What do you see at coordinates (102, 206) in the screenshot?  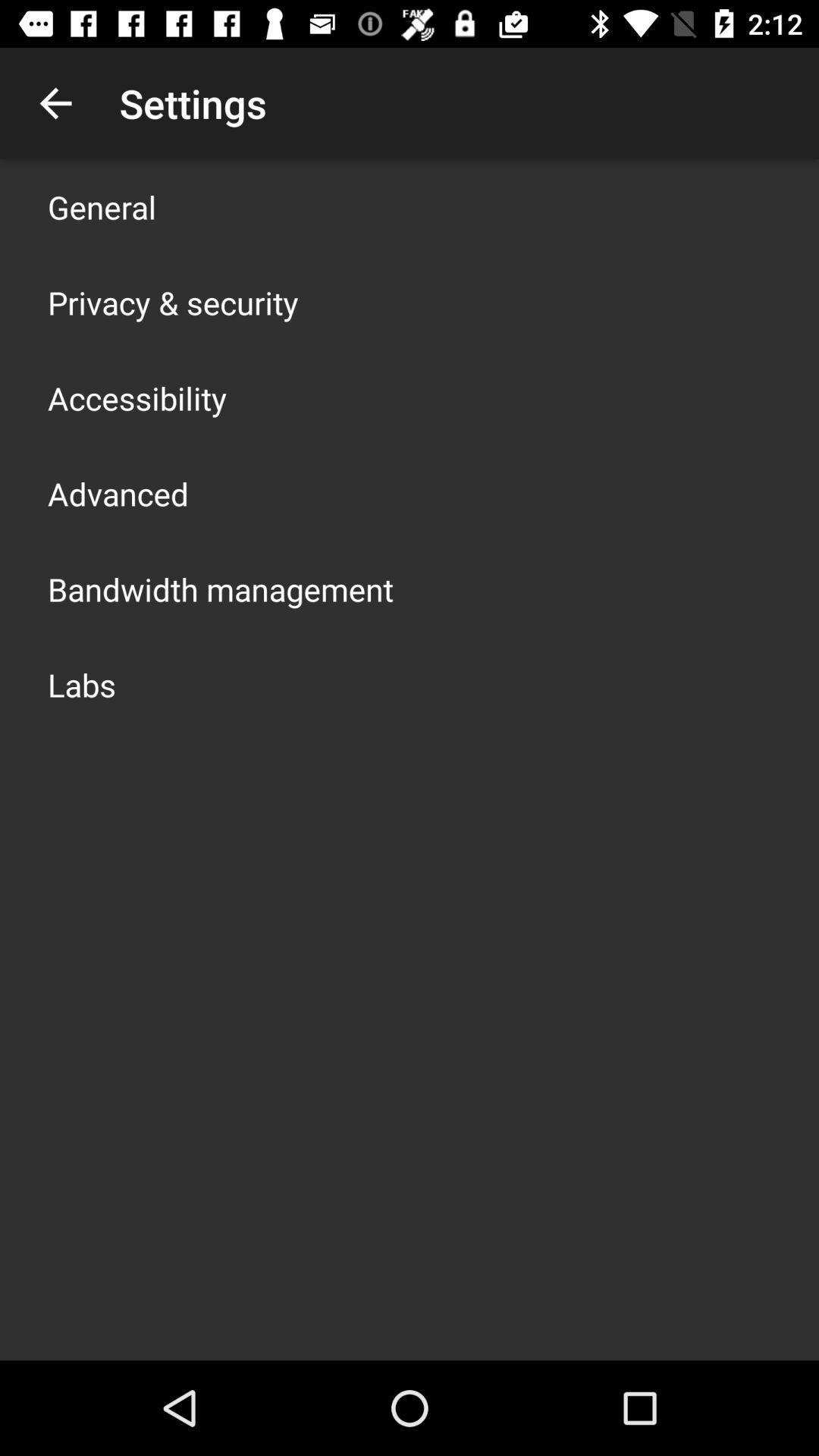 I see `the general` at bounding box center [102, 206].